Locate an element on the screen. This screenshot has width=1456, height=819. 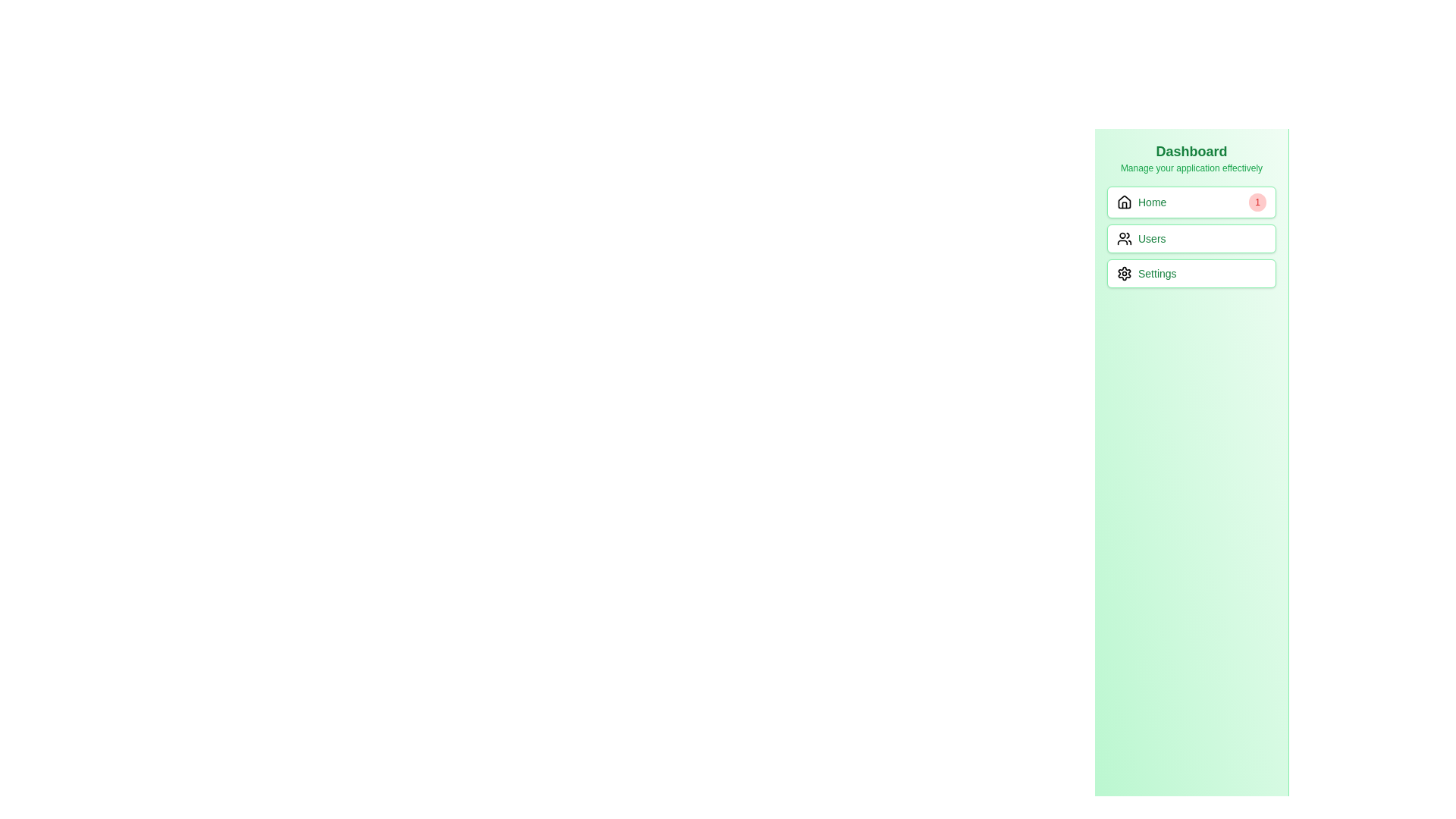
the green text label reading 'Manage your application effectively', which is positioned beneath the 'Dashboard' heading and serves as a descriptive note is located at coordinates (1191, 168).